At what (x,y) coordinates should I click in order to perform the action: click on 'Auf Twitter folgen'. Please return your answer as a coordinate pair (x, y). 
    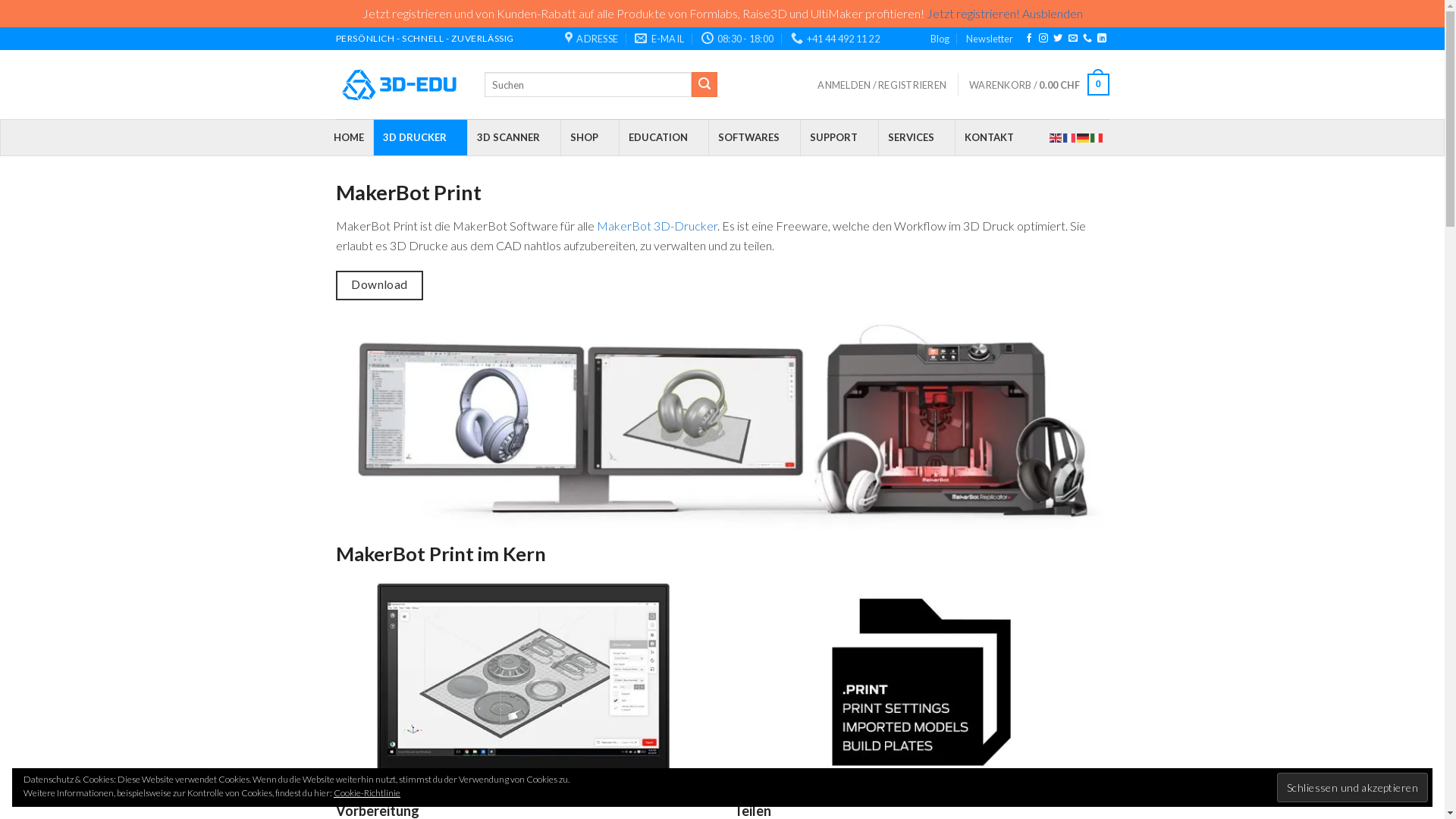
    Looking at the image, I should click on (1057, 37).